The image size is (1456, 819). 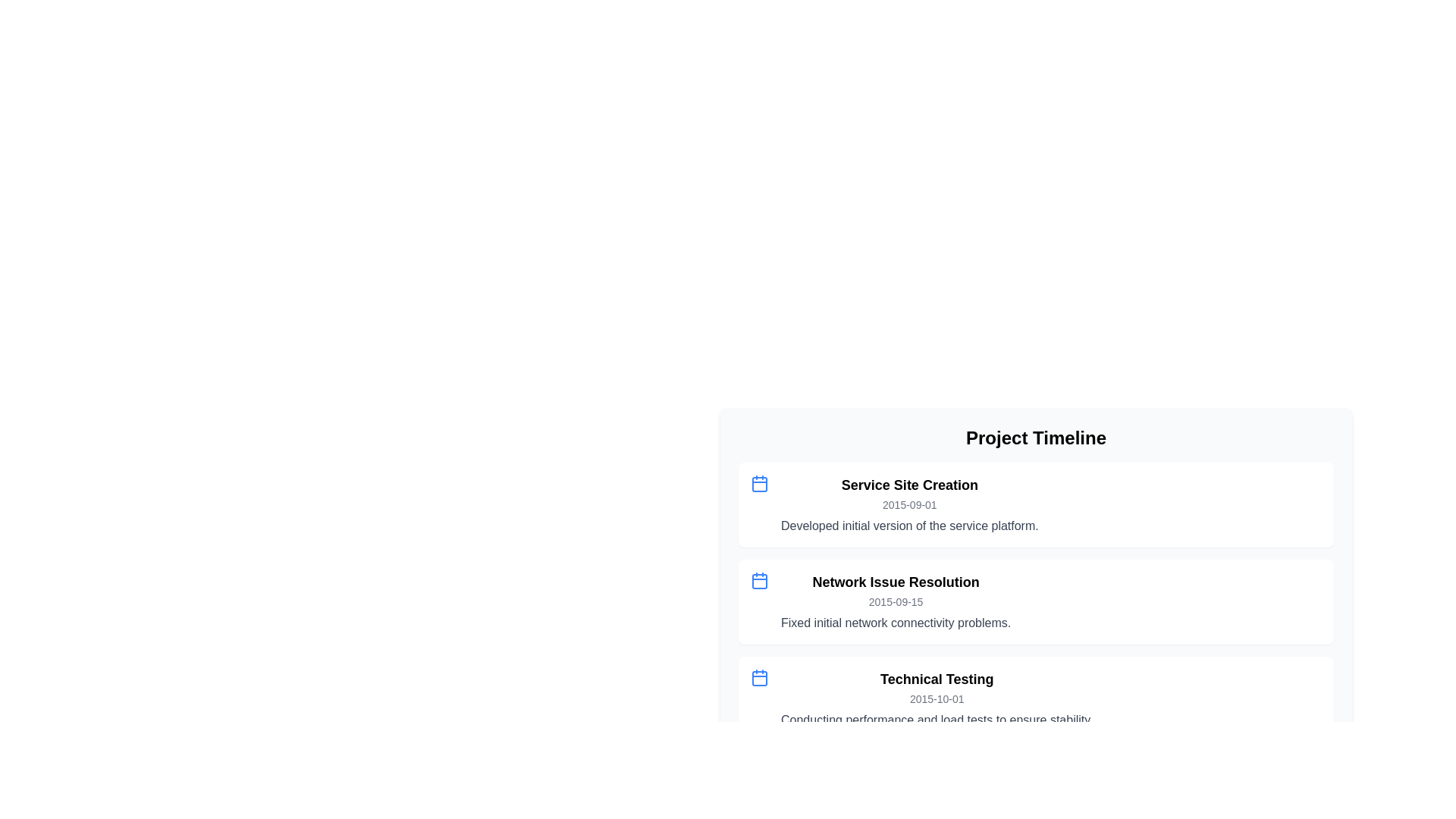 What do you see at coordinates (1035, 505) in the screenshot?
I see `the first Card component that displays a project milestone, positioned at the top of the vertical list of milestones` at bounding box center [1035, 505].